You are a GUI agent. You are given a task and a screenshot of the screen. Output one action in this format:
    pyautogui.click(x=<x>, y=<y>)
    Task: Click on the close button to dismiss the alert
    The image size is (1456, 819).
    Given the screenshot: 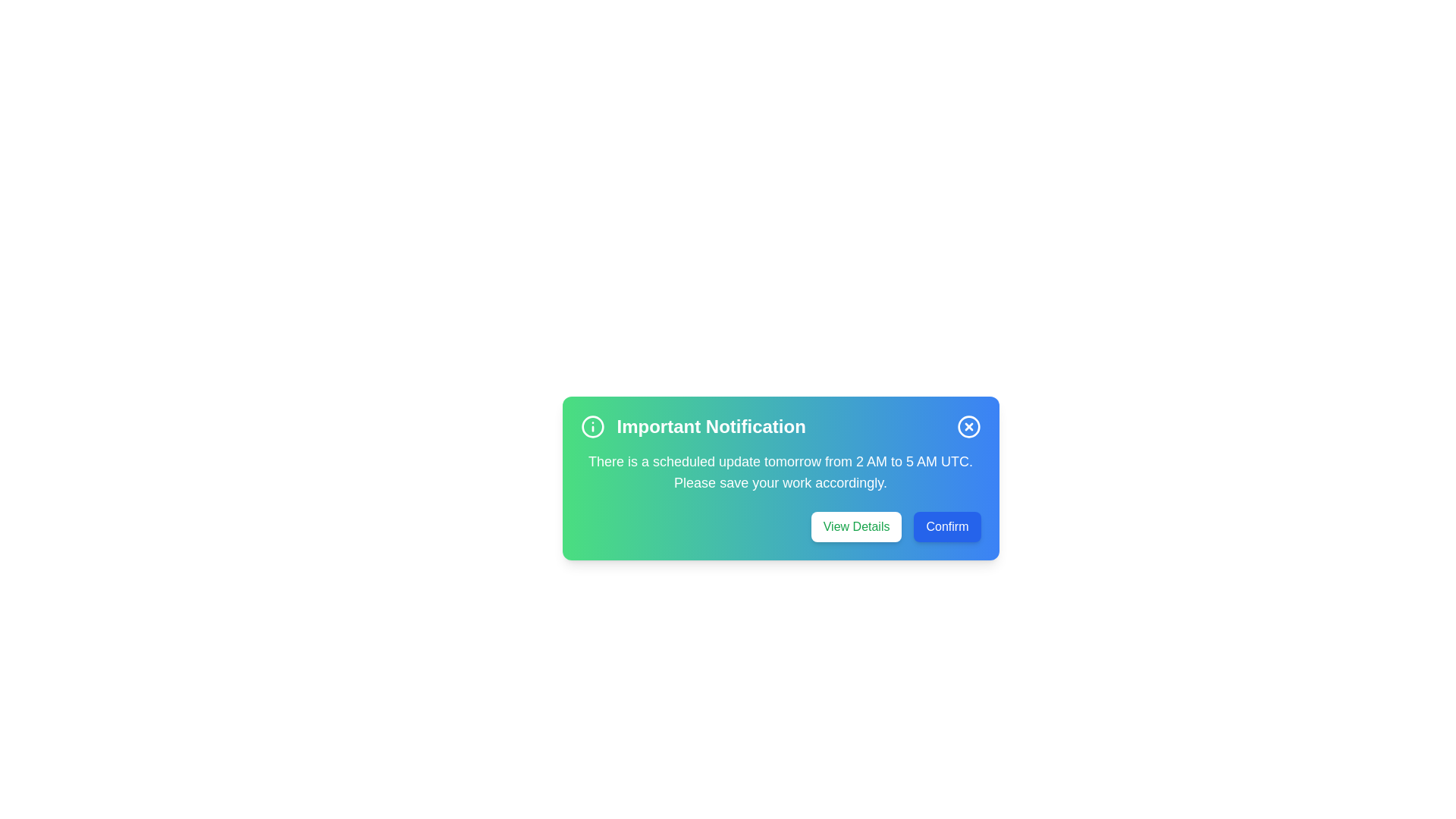 What is the action you would take?
    pyautogui.click(x=968, y=427)
    